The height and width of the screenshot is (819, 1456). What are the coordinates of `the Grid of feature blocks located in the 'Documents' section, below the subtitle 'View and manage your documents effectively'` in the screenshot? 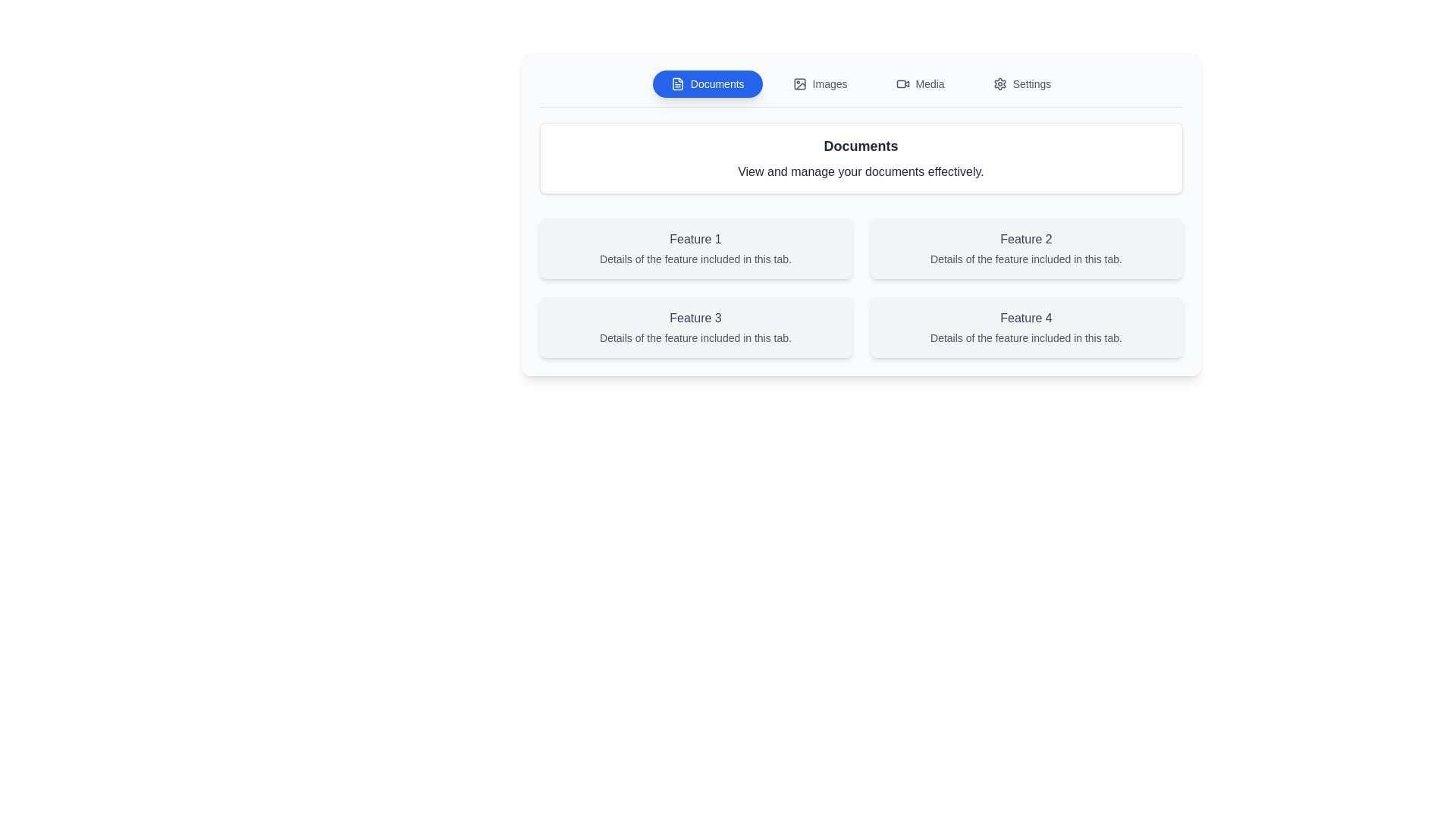 It's located at (861, 288).